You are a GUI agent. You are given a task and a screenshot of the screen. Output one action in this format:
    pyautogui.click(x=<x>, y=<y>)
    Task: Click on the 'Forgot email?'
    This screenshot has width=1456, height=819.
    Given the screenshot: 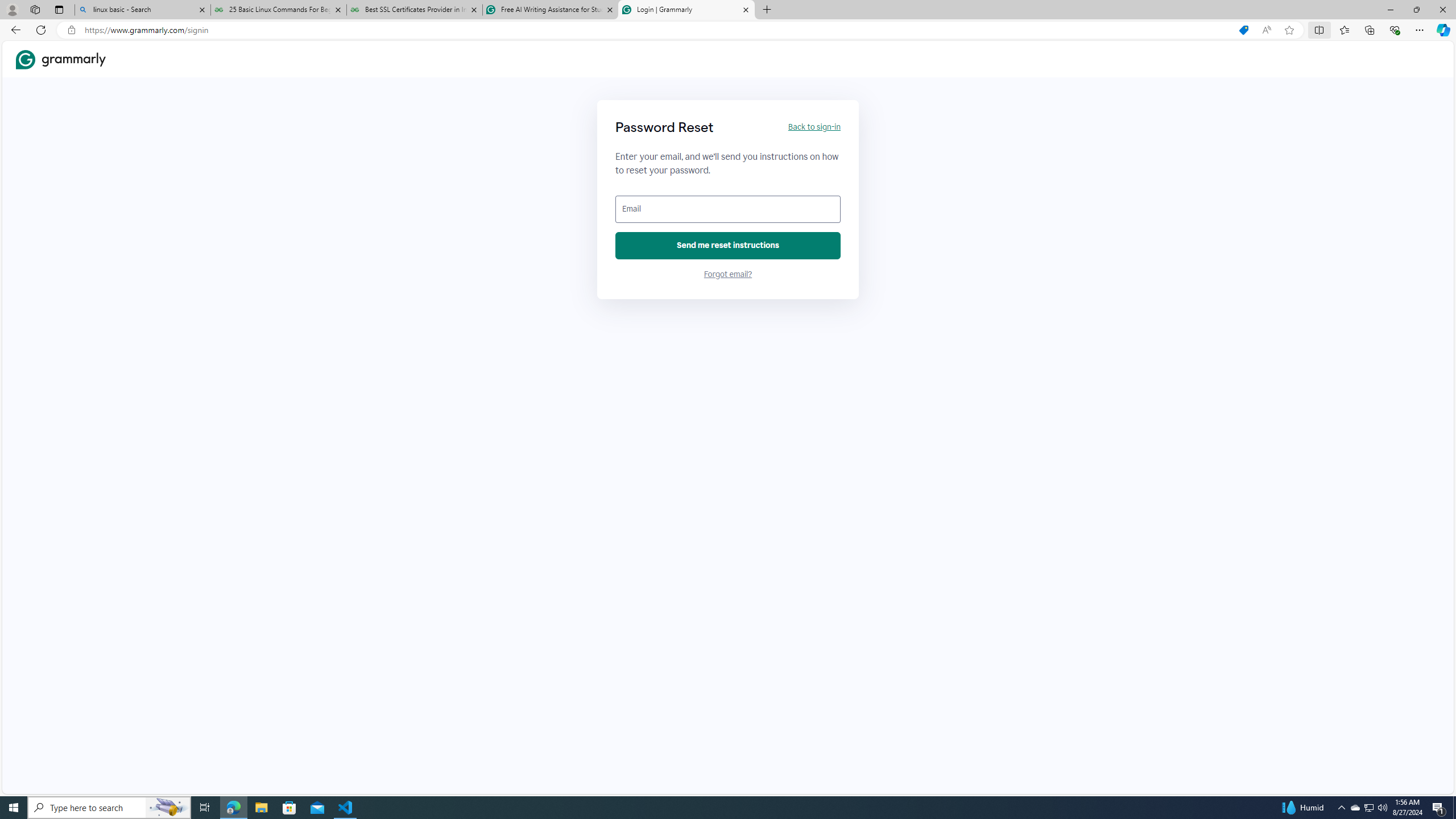 What is the action you would take?
    pyautogui.click(x=728, y=274)
    